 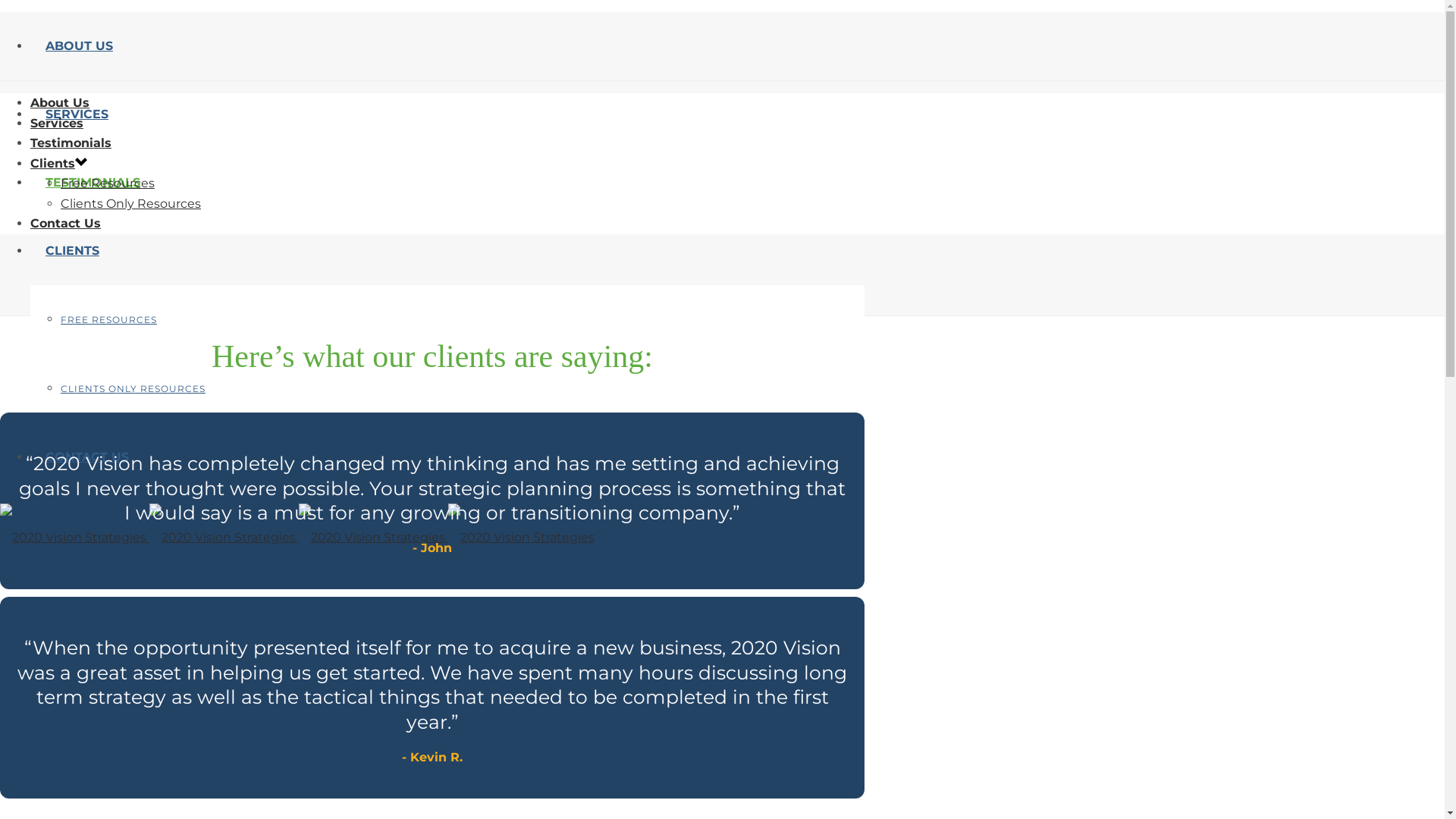 What do you see at coordinates (64, 223) in the screenshot?
I see `'Contact Us'` at bounding box center [64, 223].